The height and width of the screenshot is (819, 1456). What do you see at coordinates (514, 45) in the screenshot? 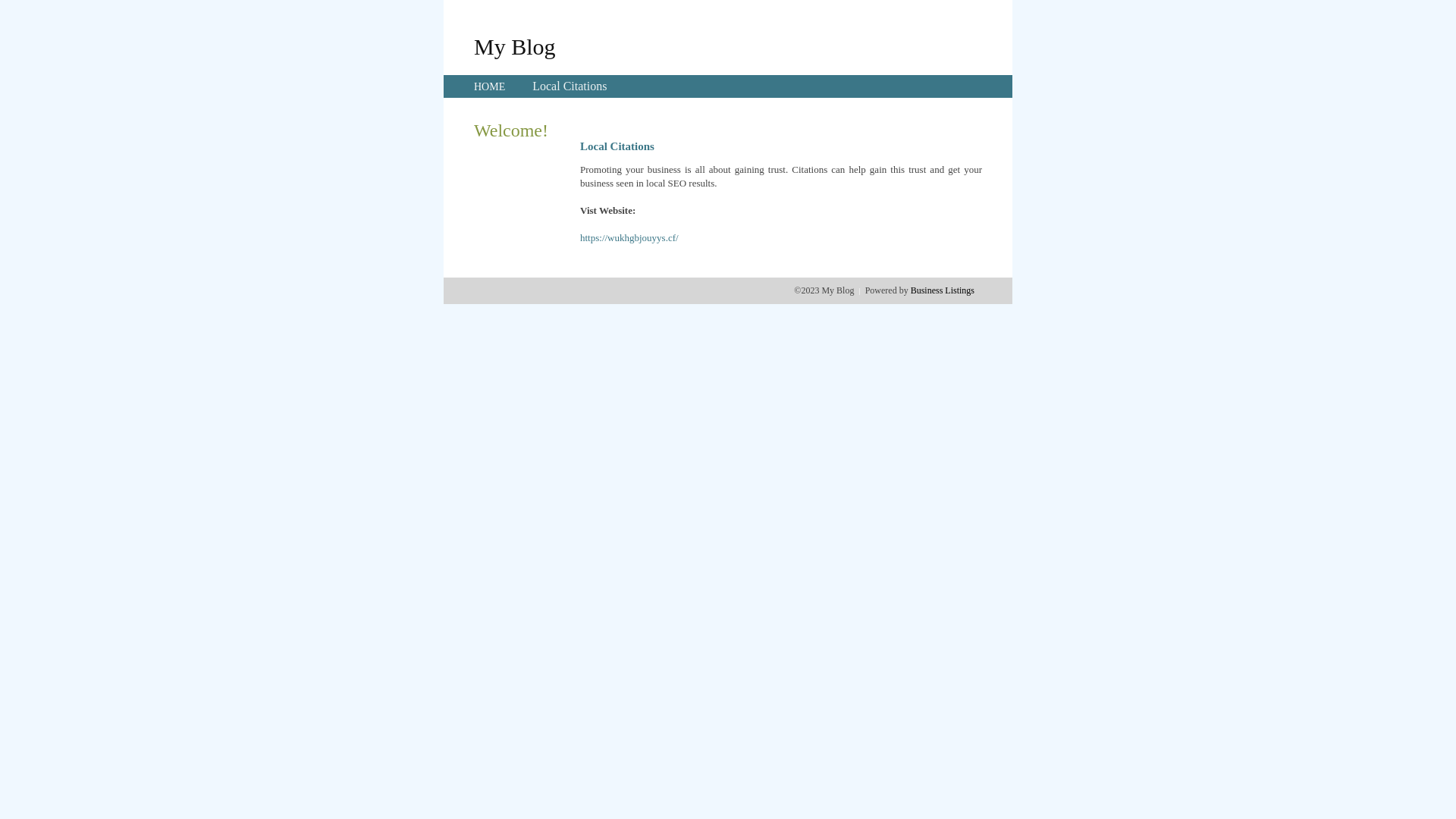
I see `'My Blog'` at bounding box center [514, 45].